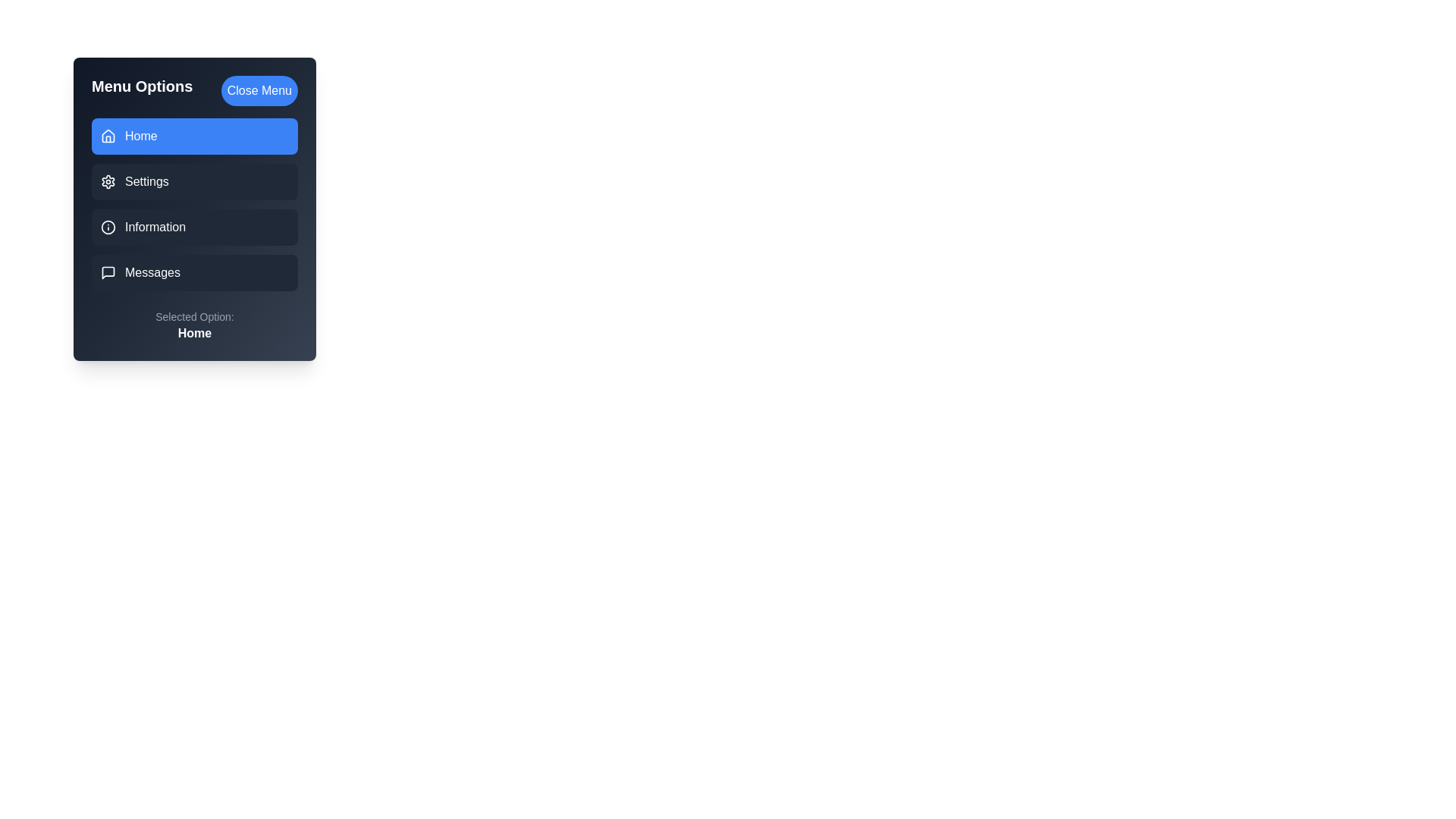  What do you see at coordinates (194, 205) in the screenshot?
I see `the 'Settings' option in the vertical navigation menu, which is the second item in the list` at bounding box center [194, 205].